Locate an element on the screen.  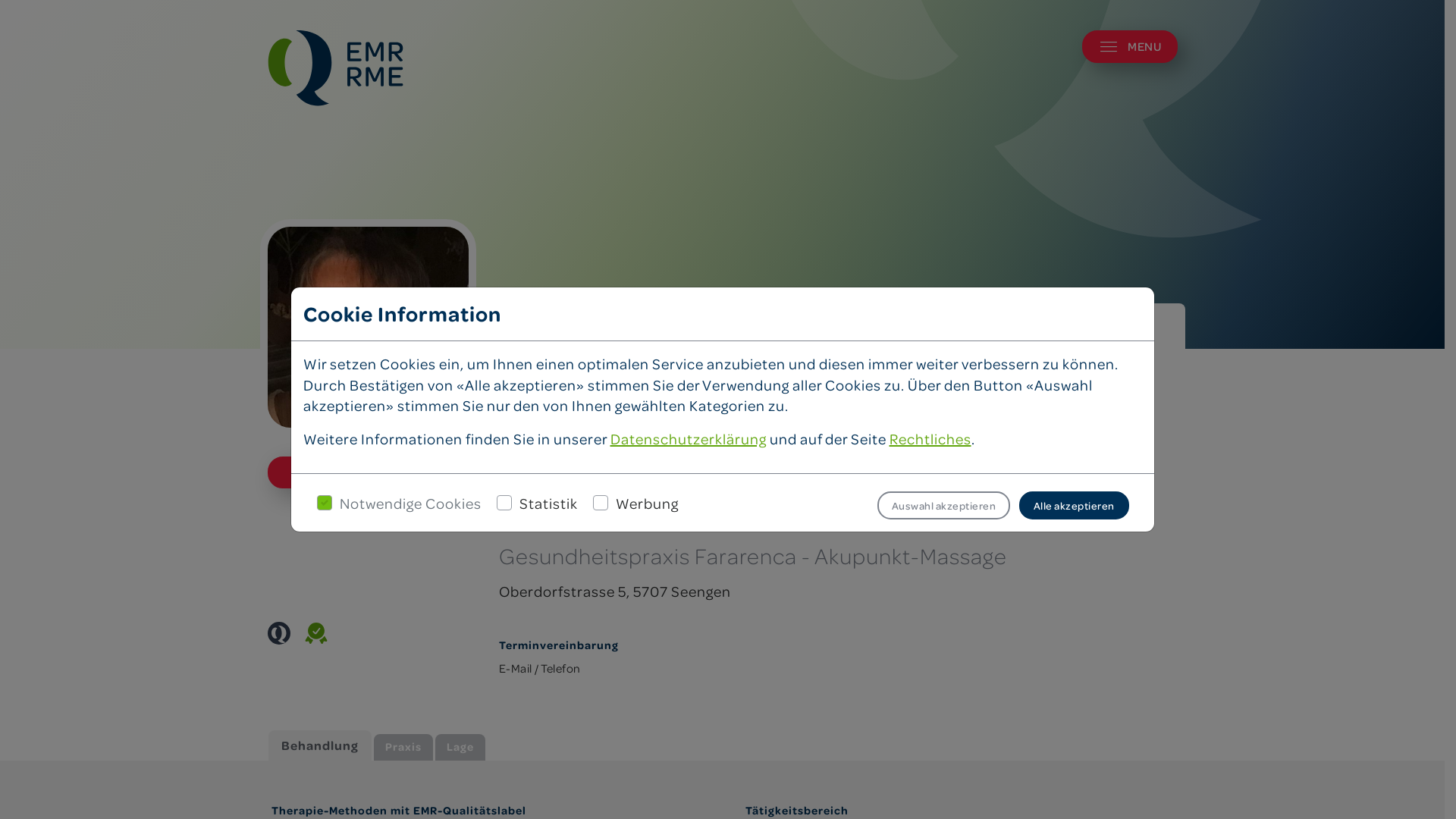
'Behandlung' is located at coordinates (319, 745).